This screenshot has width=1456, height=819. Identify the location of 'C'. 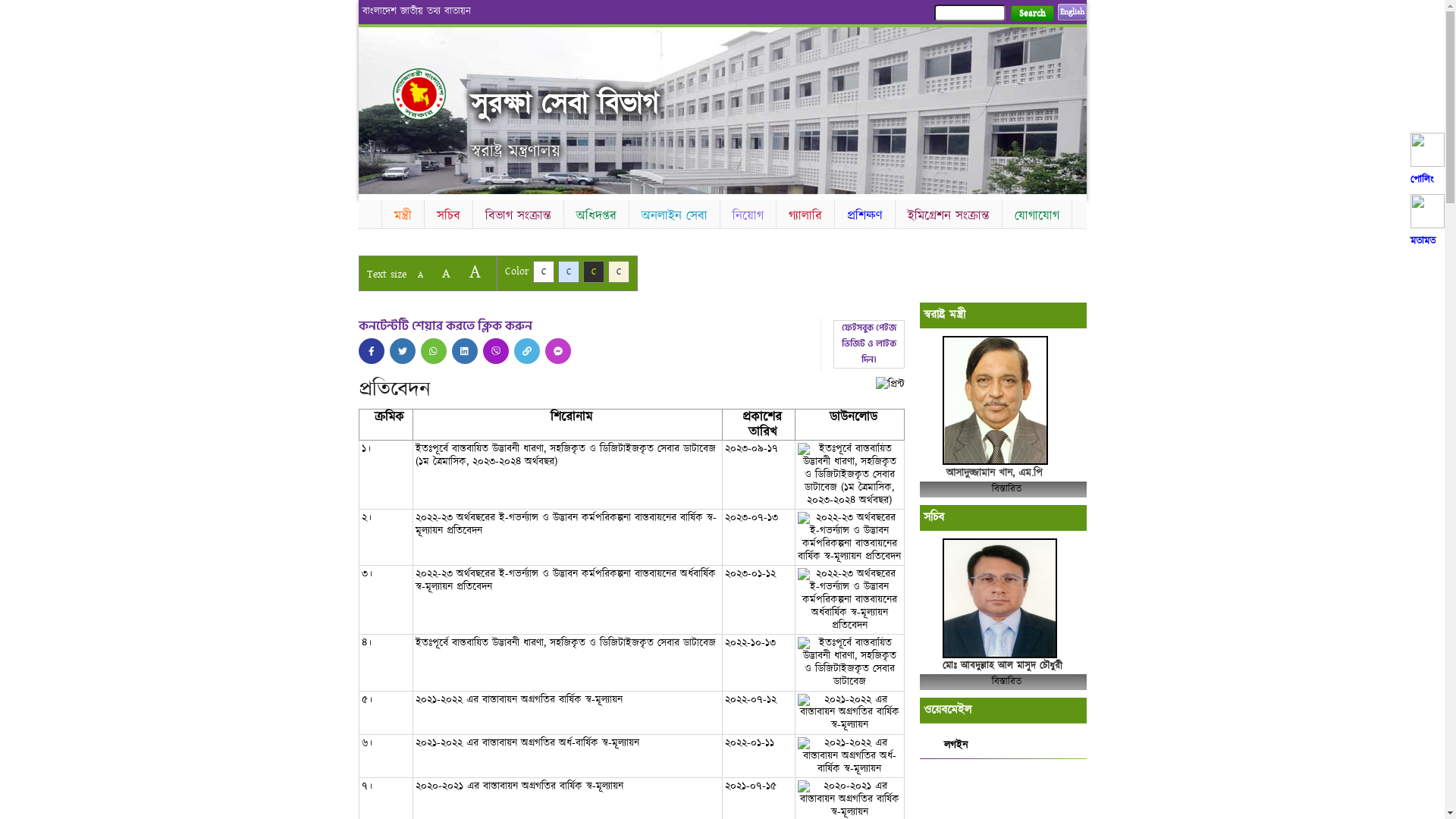
(582, 271).